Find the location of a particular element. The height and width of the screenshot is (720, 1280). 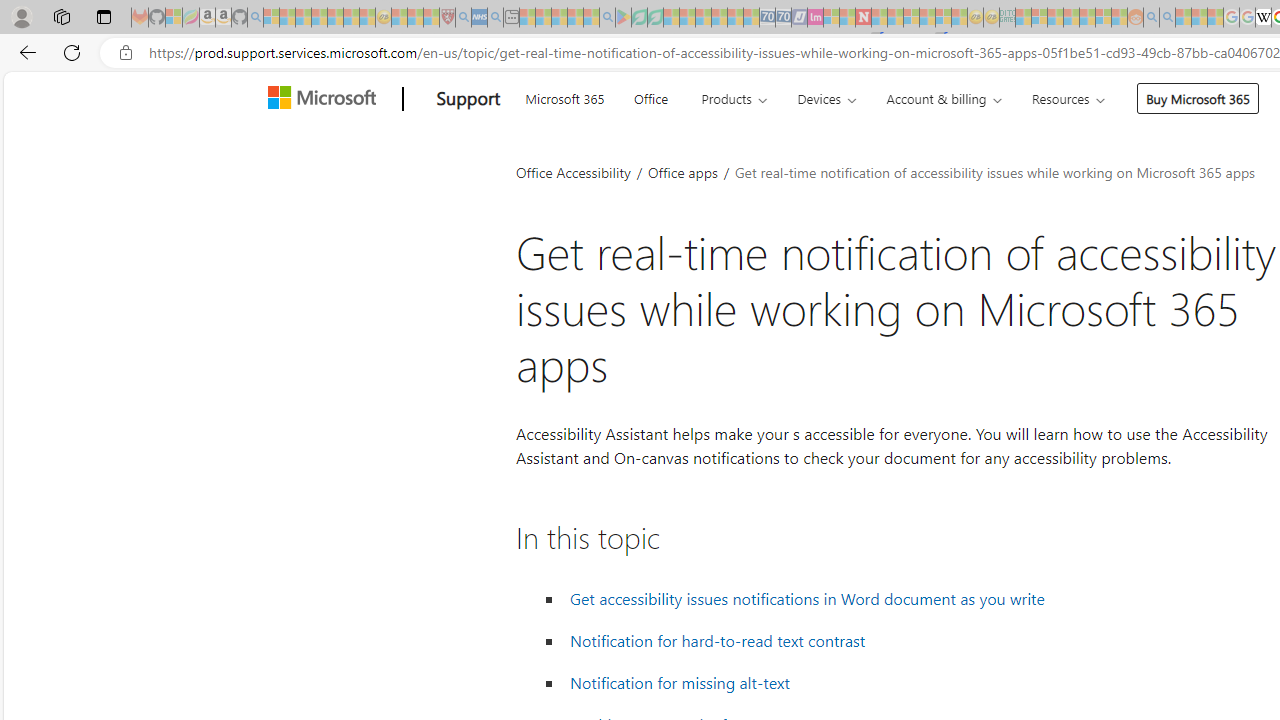

'Local - MSN - Sleeping' is located at coordinates (430, 17).